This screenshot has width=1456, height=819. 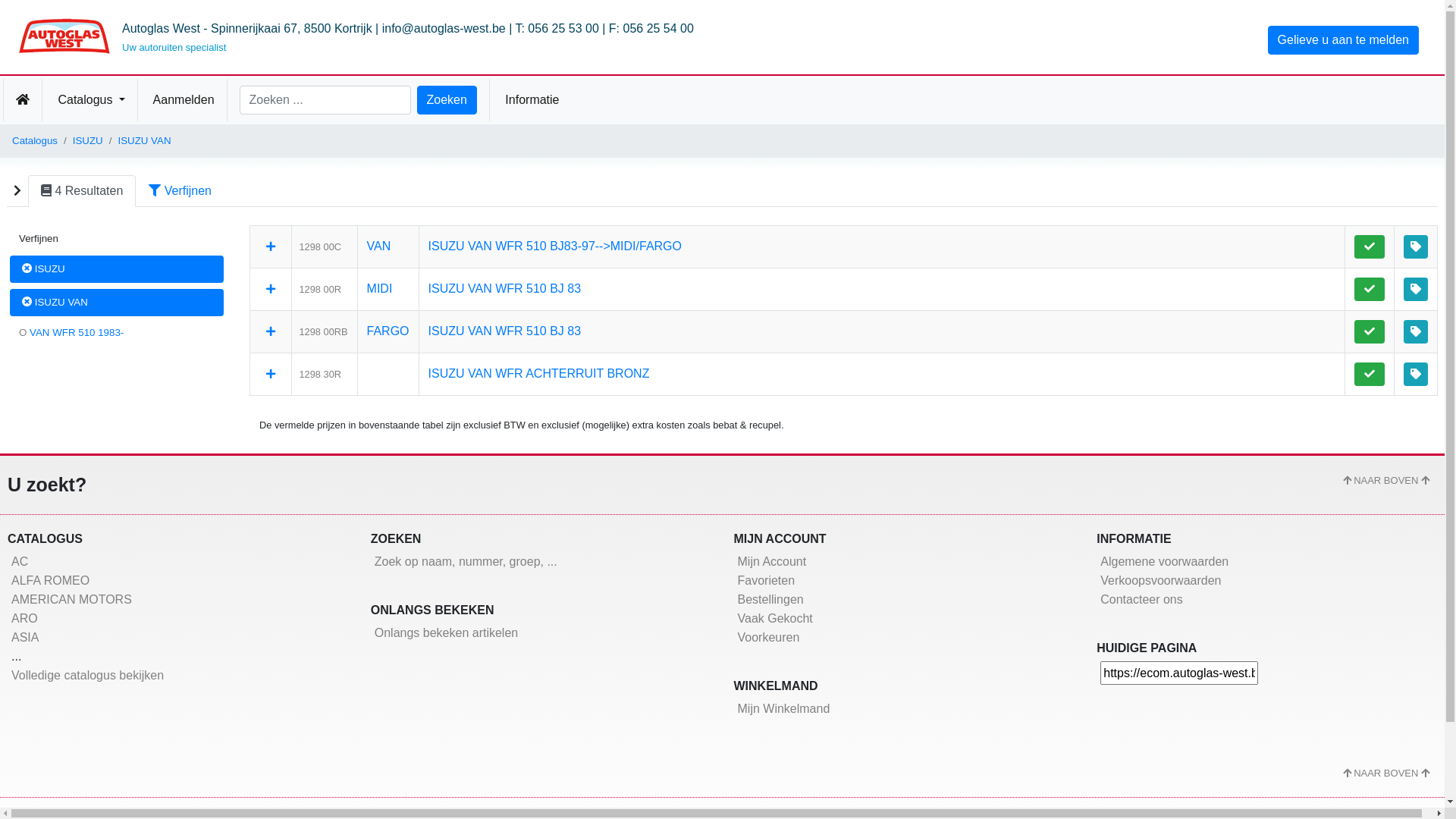 I want to click on 'NAAR BOVEN', so click(x=1343, y=480).